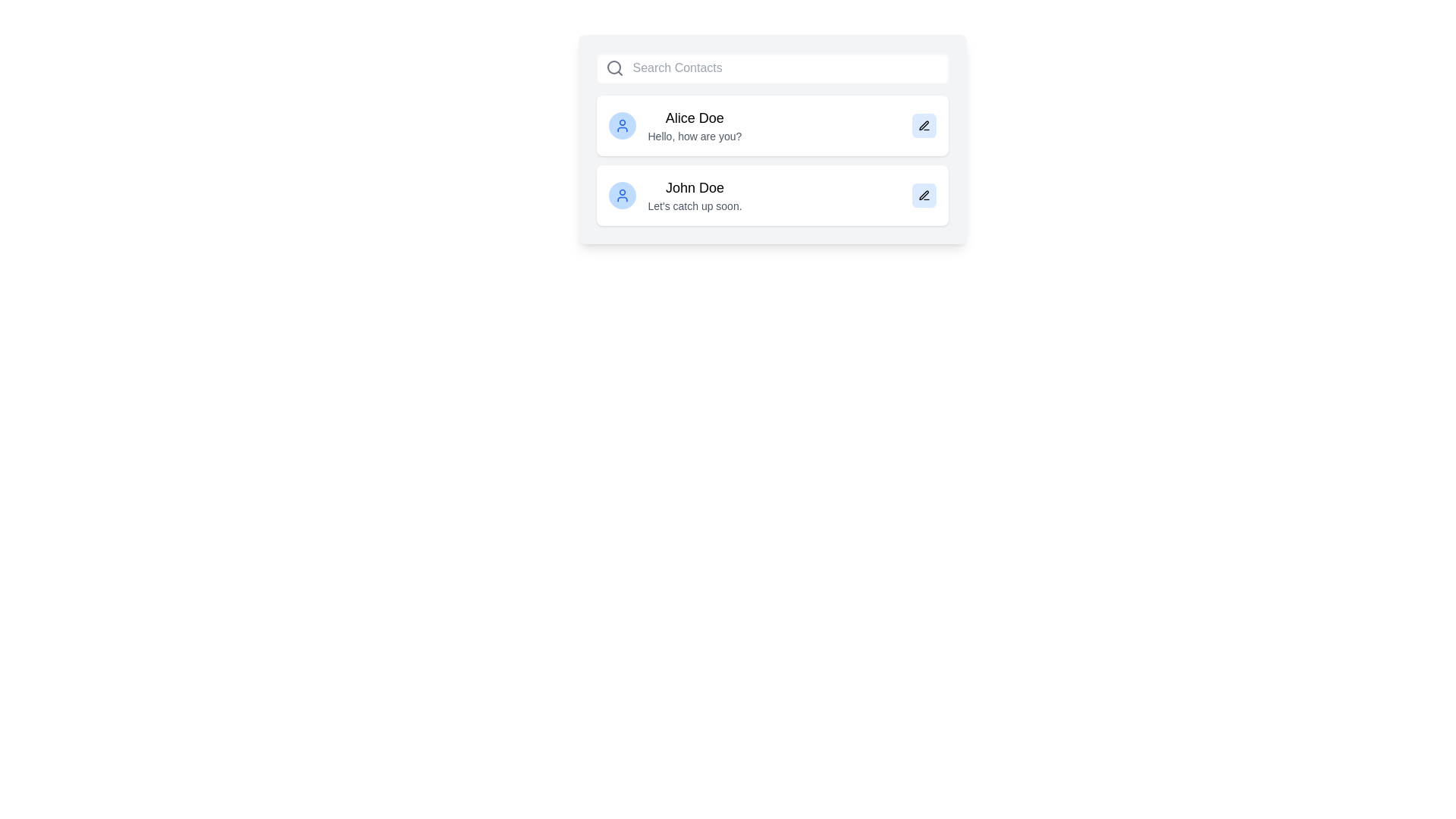 The height and width of the screenshot is (819, 1456). I want to click on edit button for John Doe, so click(923, 195).